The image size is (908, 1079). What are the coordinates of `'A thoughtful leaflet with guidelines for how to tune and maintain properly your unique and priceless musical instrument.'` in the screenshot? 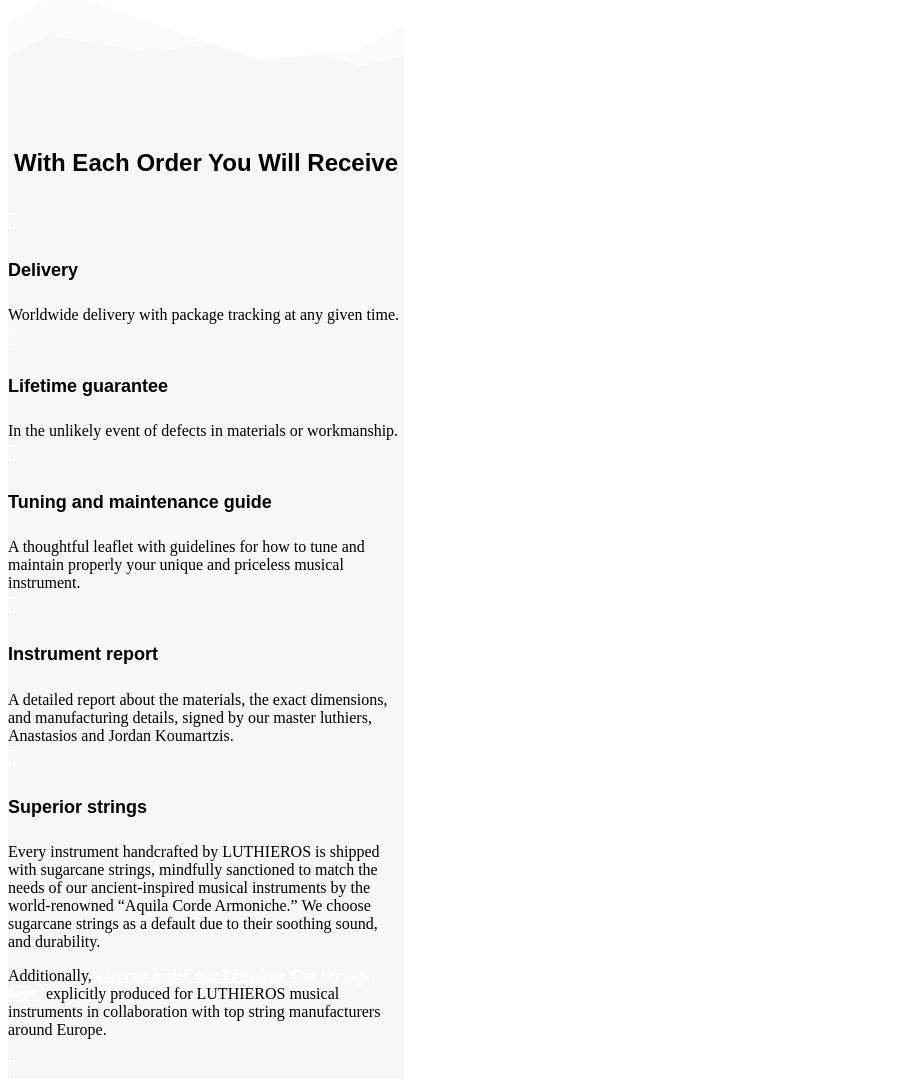 It's located at (184, 563).